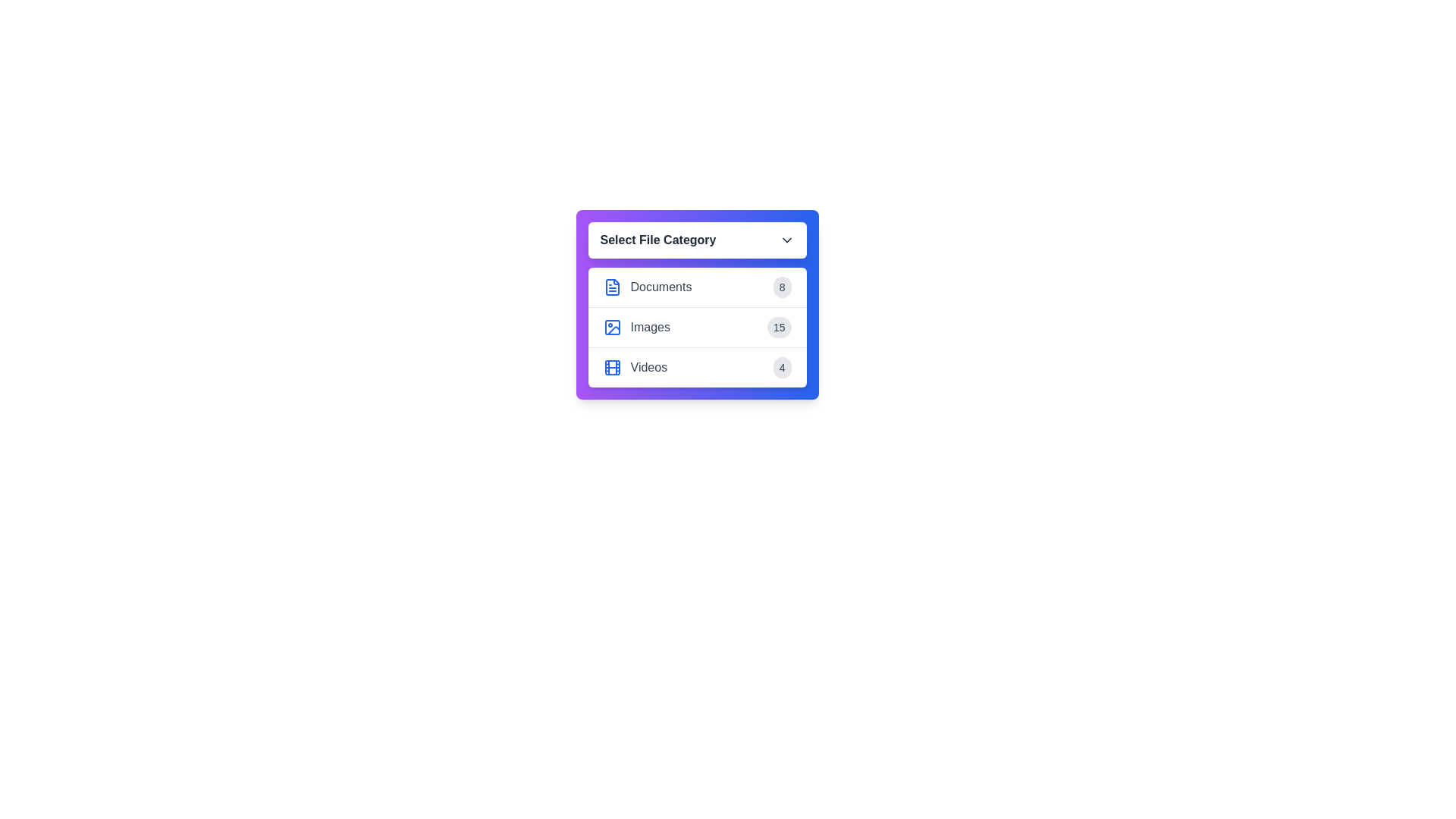 The height and width of the screenshot is (819, 1456). I want to click on the 'Images' text label, which is the second item in the file category dropdown menu, positioned between 'Documents' and 'Videos', and located next to an icon on the left and a numerical badge on the right, so click(650, 327).